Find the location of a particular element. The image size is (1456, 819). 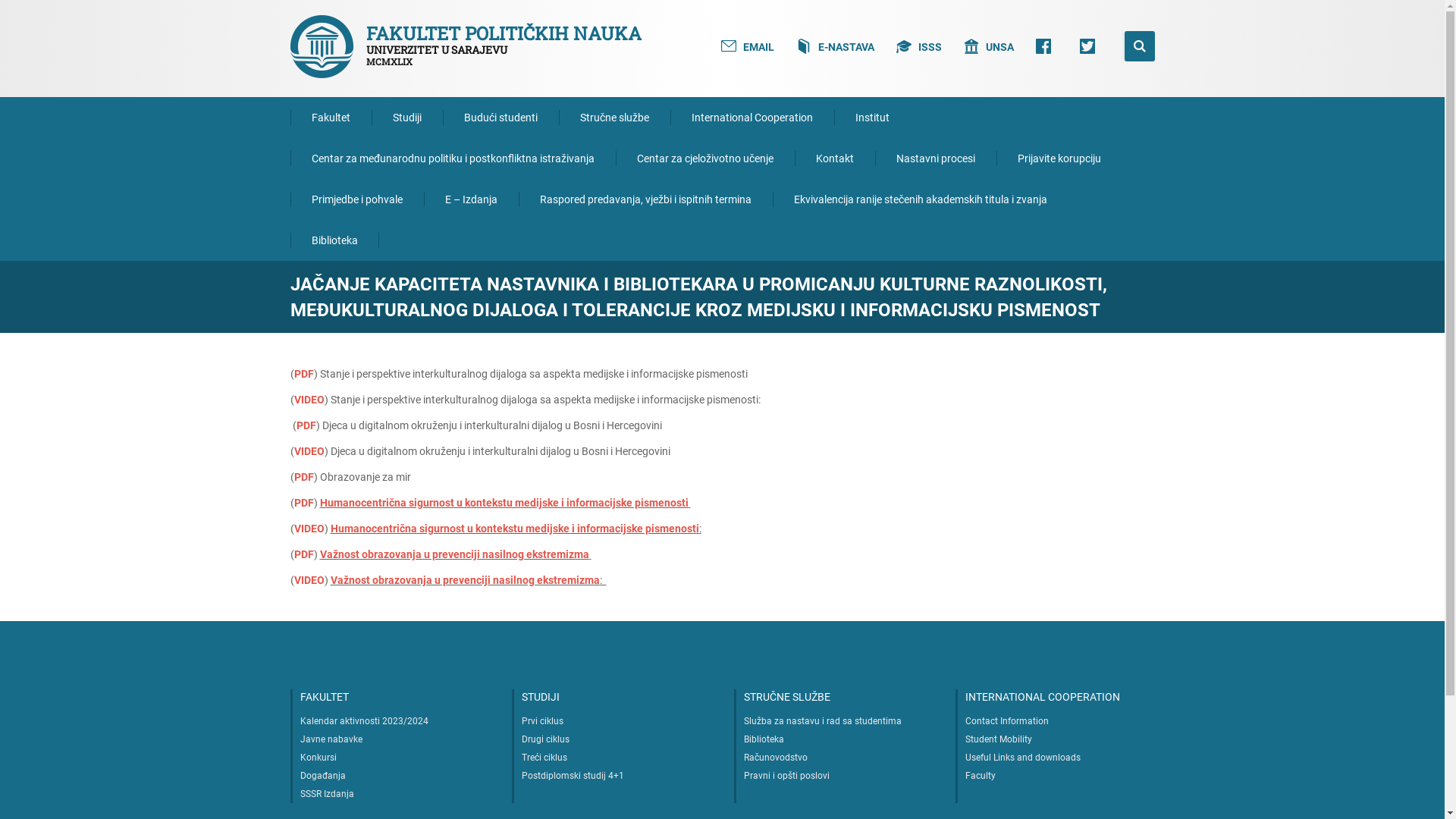

'Kontakt' is located at coordinates (833, 158).